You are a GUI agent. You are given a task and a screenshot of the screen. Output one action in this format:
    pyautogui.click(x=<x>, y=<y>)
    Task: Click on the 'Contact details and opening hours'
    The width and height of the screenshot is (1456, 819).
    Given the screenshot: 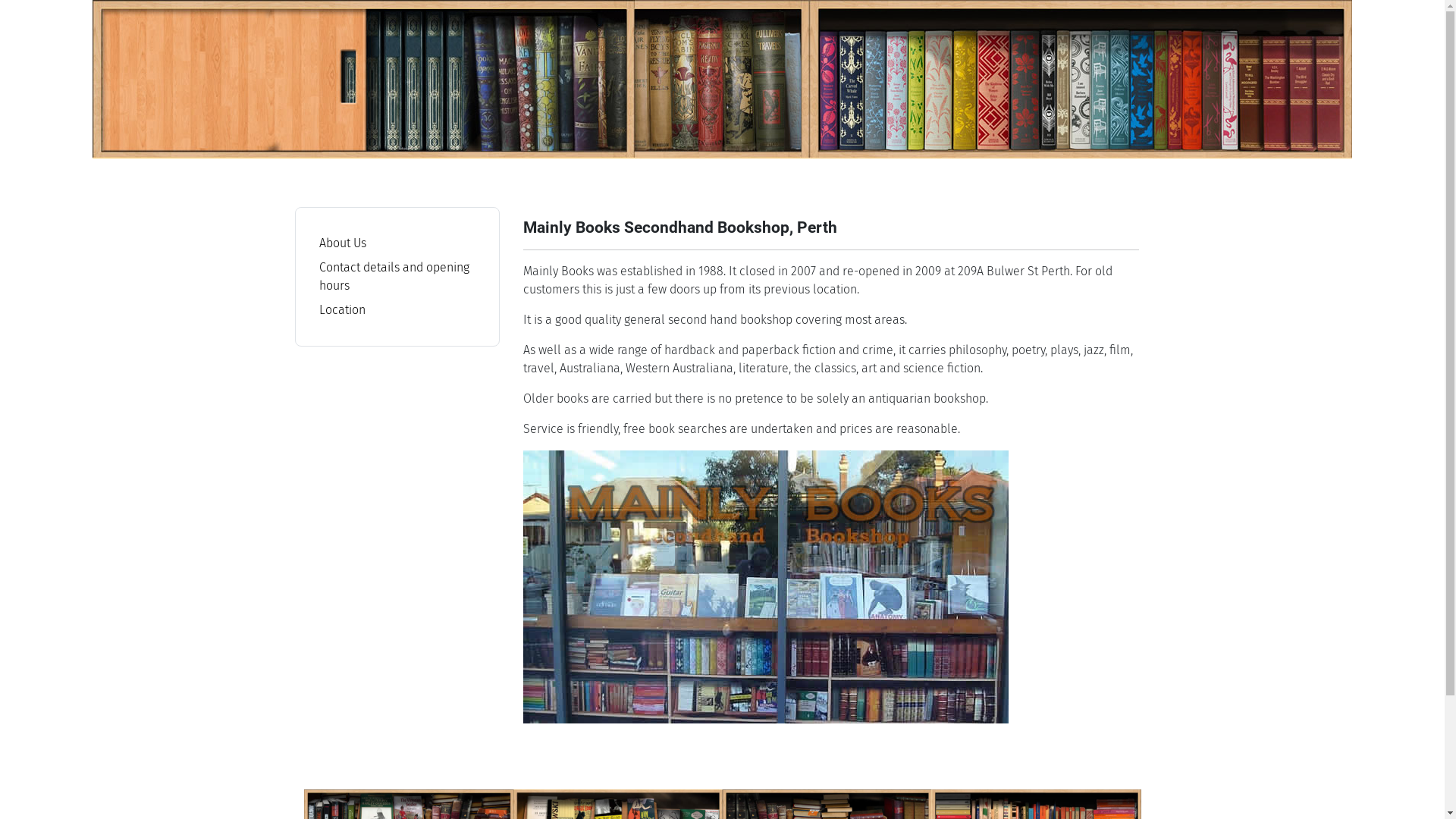 What is the action you would take?
    pyautogui.click(x=393, y=276)
    